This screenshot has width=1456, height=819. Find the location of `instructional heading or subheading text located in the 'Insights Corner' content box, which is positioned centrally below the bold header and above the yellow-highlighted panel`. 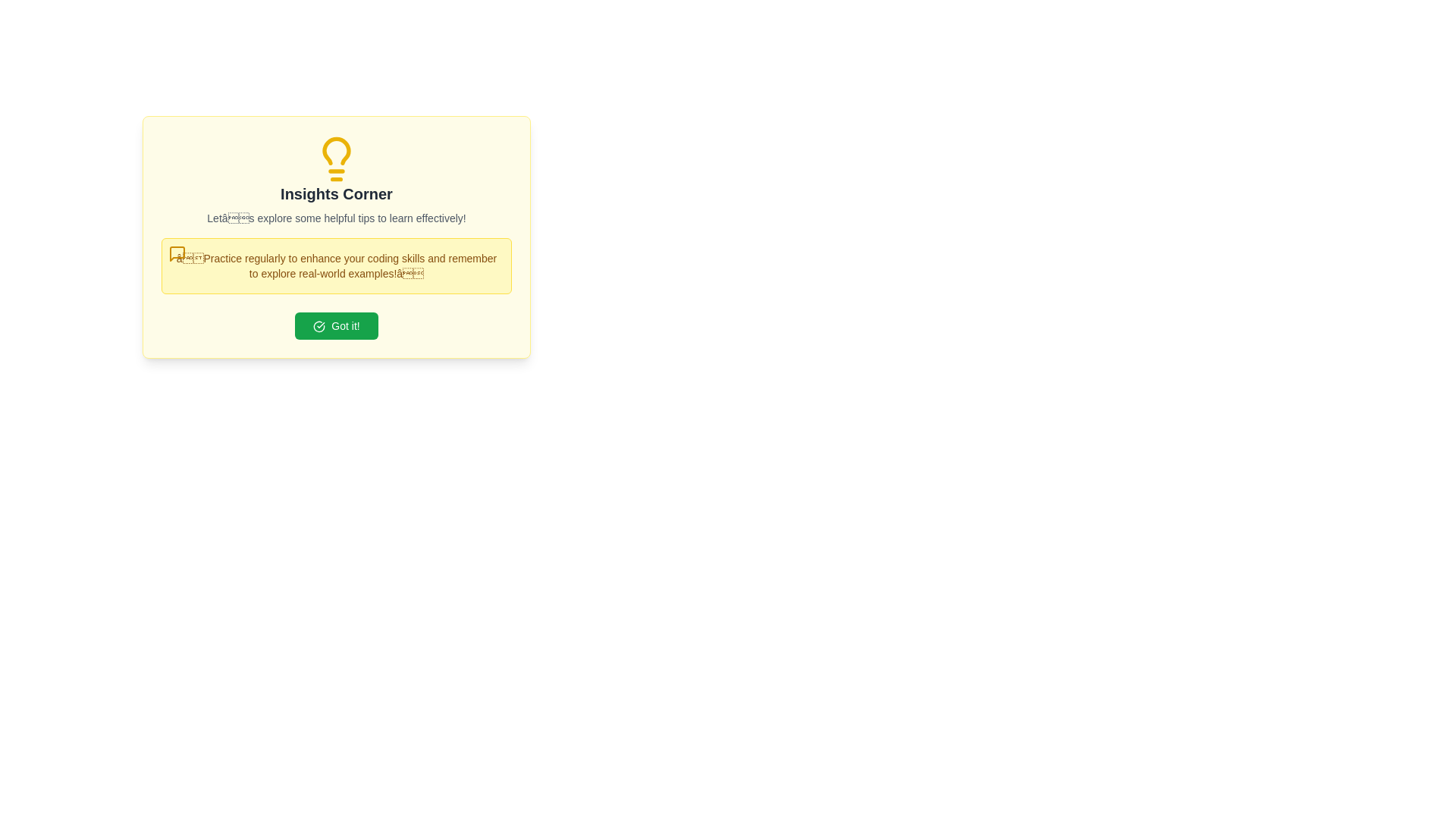

instructional heading or subheading text located in the 'Insights Corner' content box, which is positioned centrally below the bold header and above the yellow-highlighted panel is located at coordinates (336, 218).